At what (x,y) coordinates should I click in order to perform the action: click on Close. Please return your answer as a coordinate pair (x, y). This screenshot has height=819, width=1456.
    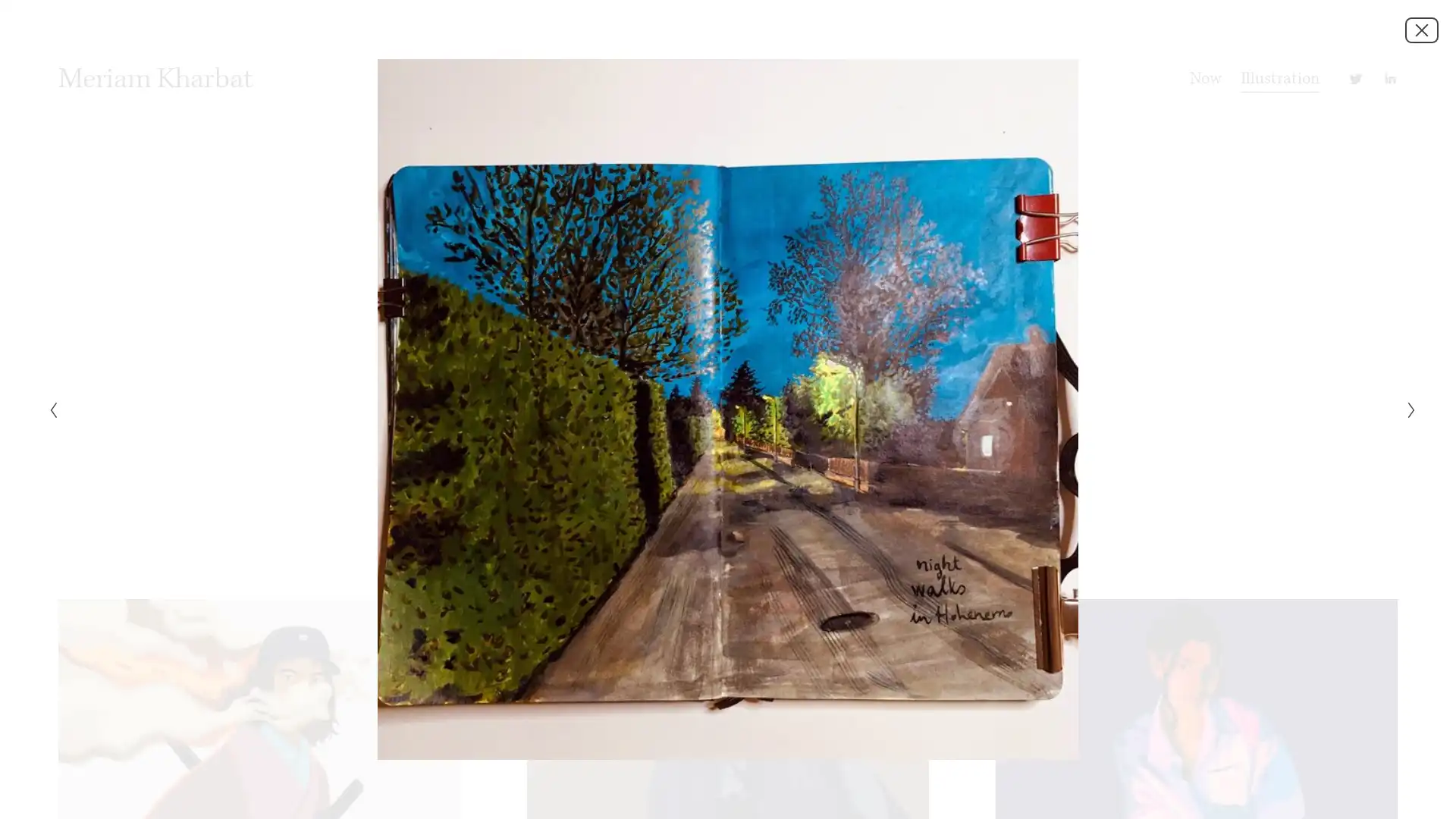
    Looking at the image, I should click on (1421, 29).